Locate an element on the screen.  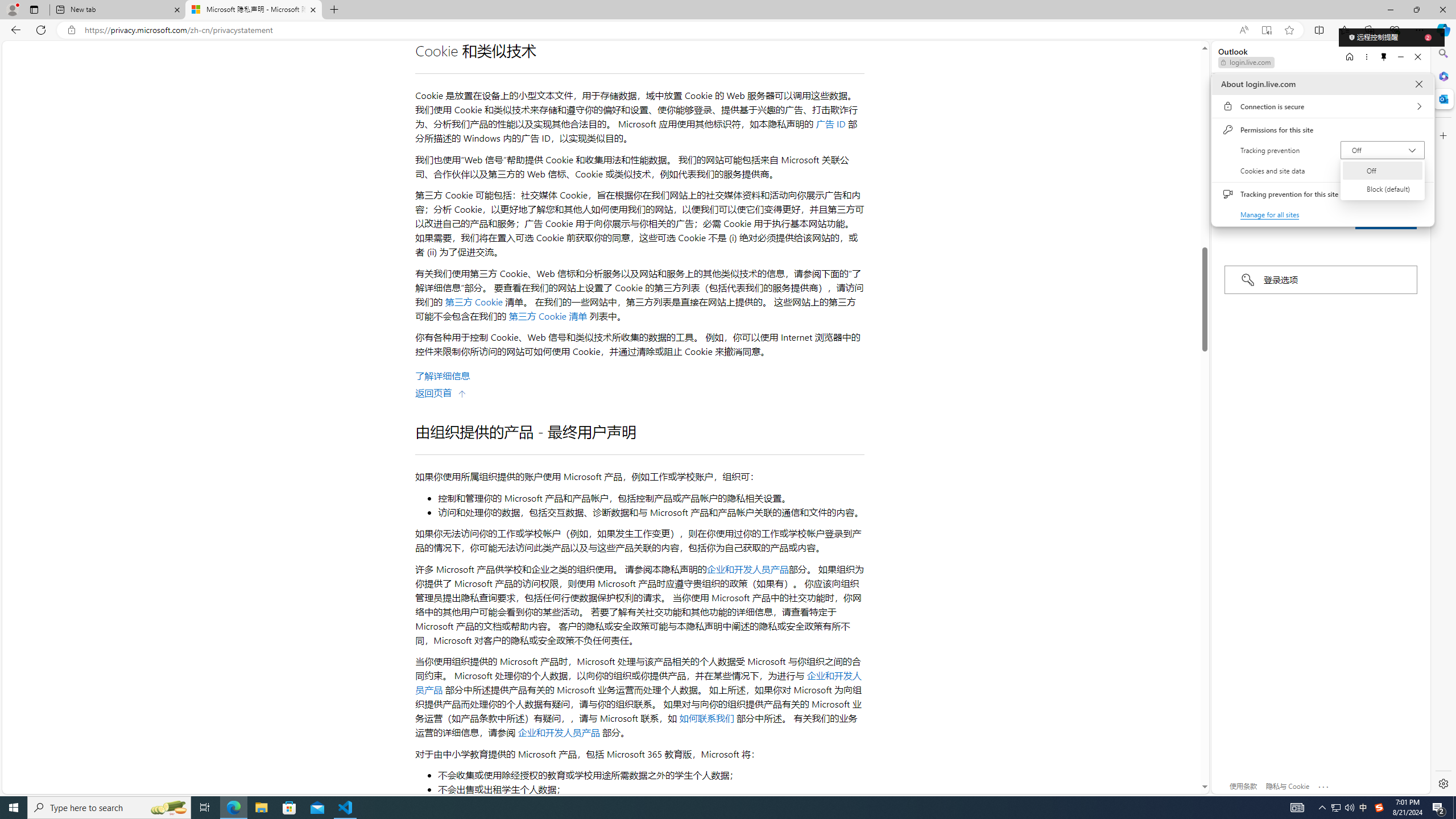
'Manage for all sites' is located at coordinates (1270, 214).